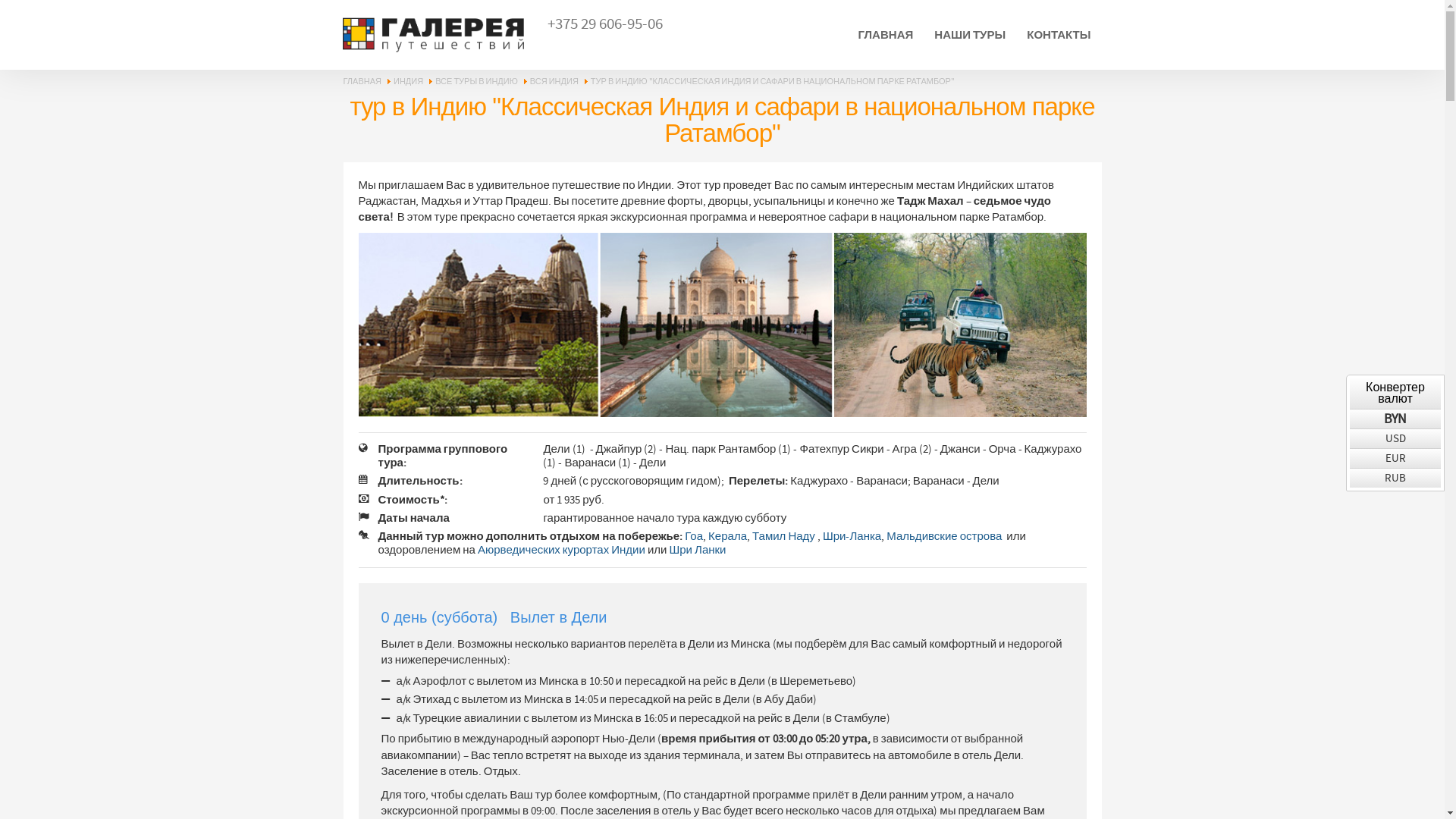 The image size is (1456, 819). Describe the element at coordinates (1350, 419) in the screenshot. I see `'BYN'` at that location.